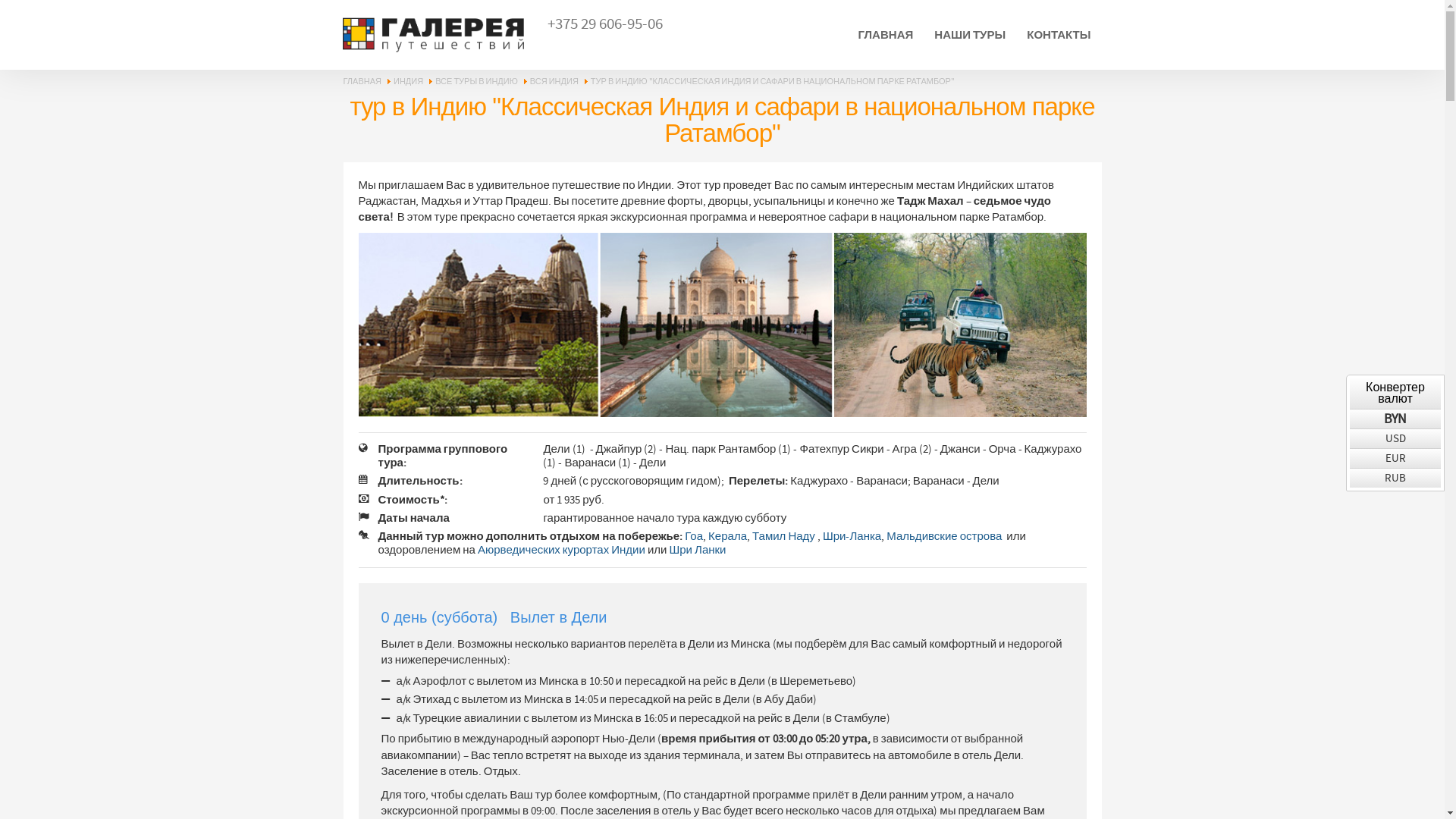 The image size is (1456, 819). Describe the element at coordinates (1350, 419) in the screenshot. I see `'BYN'` at that location.